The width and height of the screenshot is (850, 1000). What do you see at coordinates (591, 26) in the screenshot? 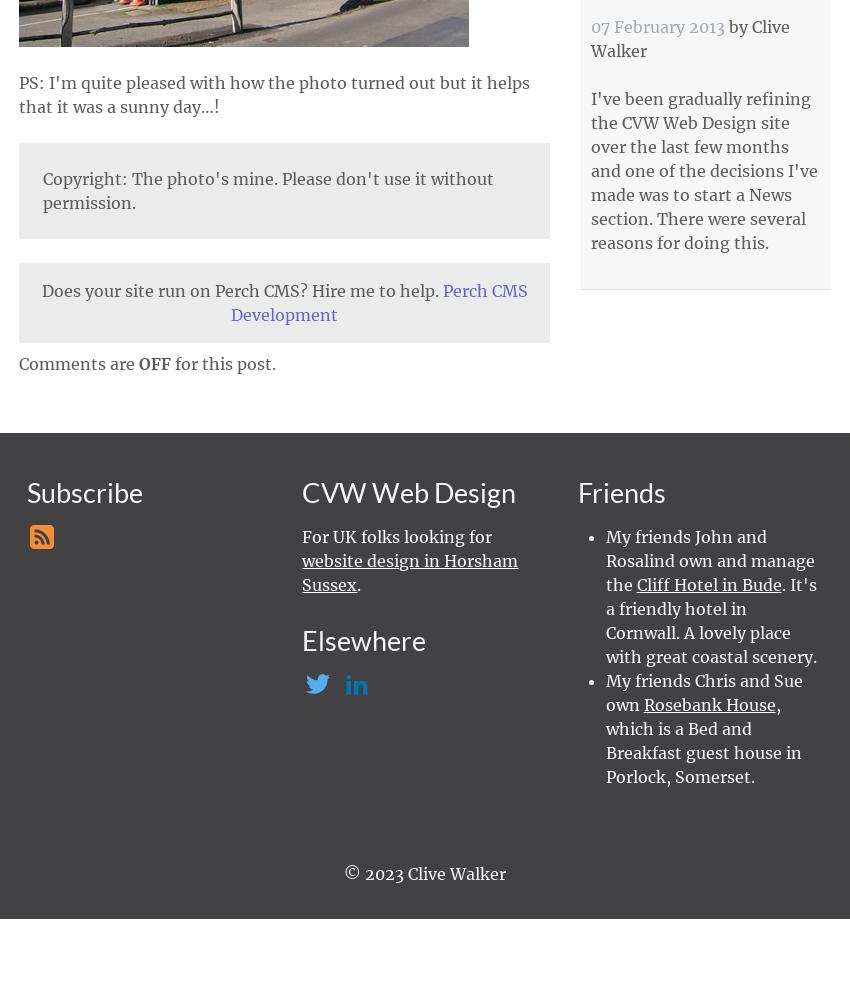
I see `'07 February 2013'` at bounding box center [591, 26].